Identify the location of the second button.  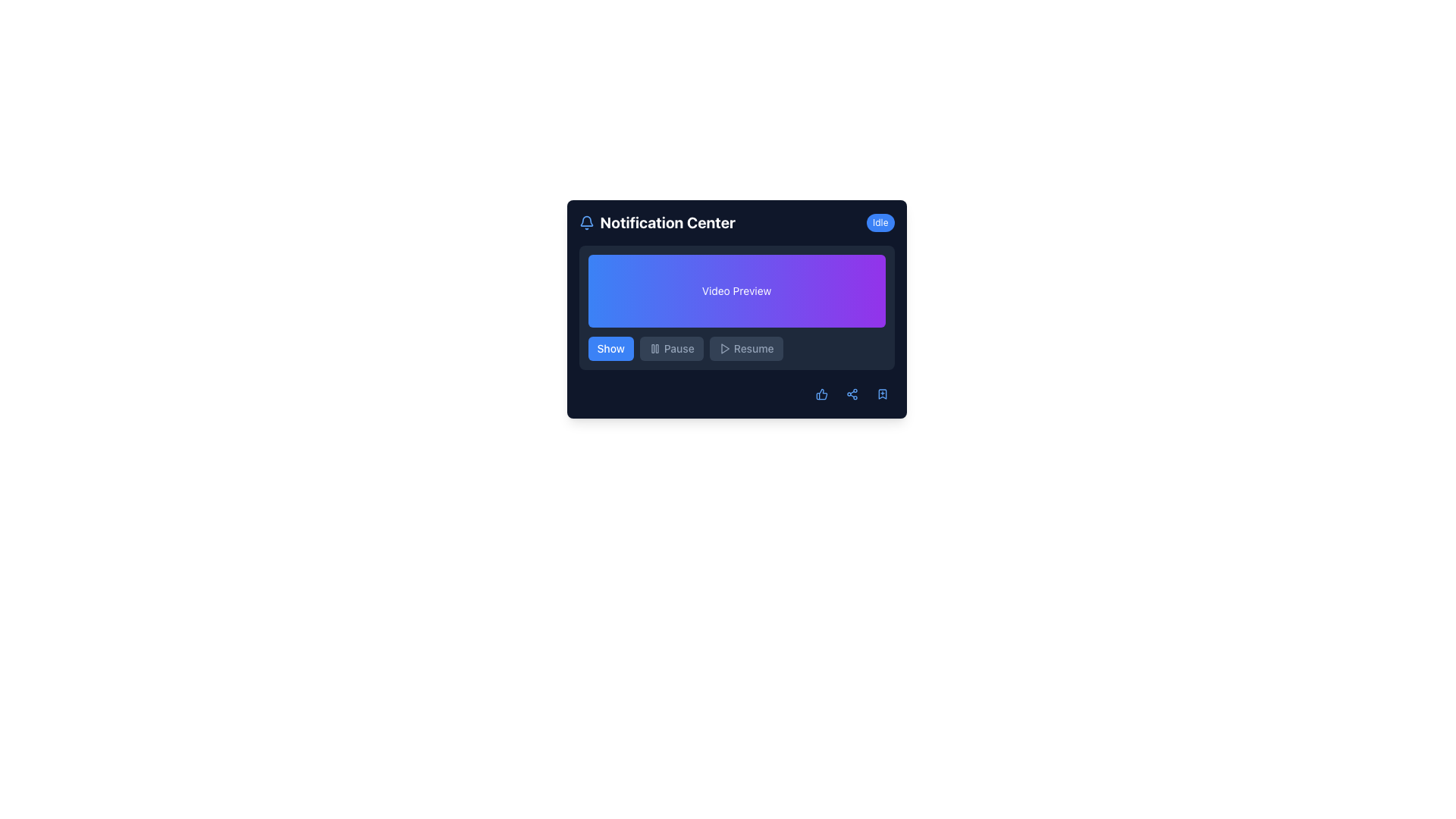
(685, 348).